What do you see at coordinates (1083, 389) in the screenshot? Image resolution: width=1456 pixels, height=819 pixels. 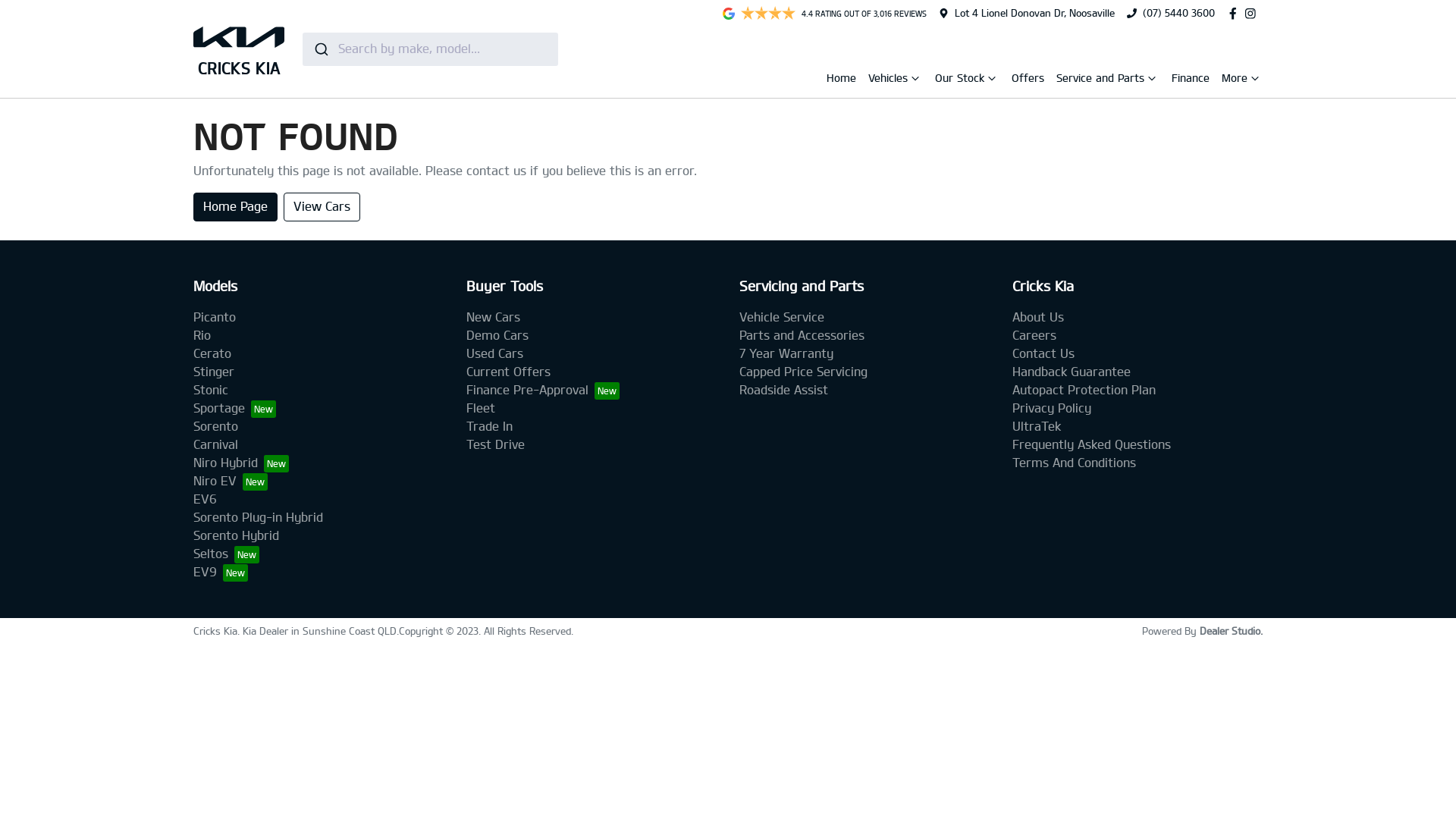 I see `'Autopact Protection Plan'` at bounding box center [1083, 389].